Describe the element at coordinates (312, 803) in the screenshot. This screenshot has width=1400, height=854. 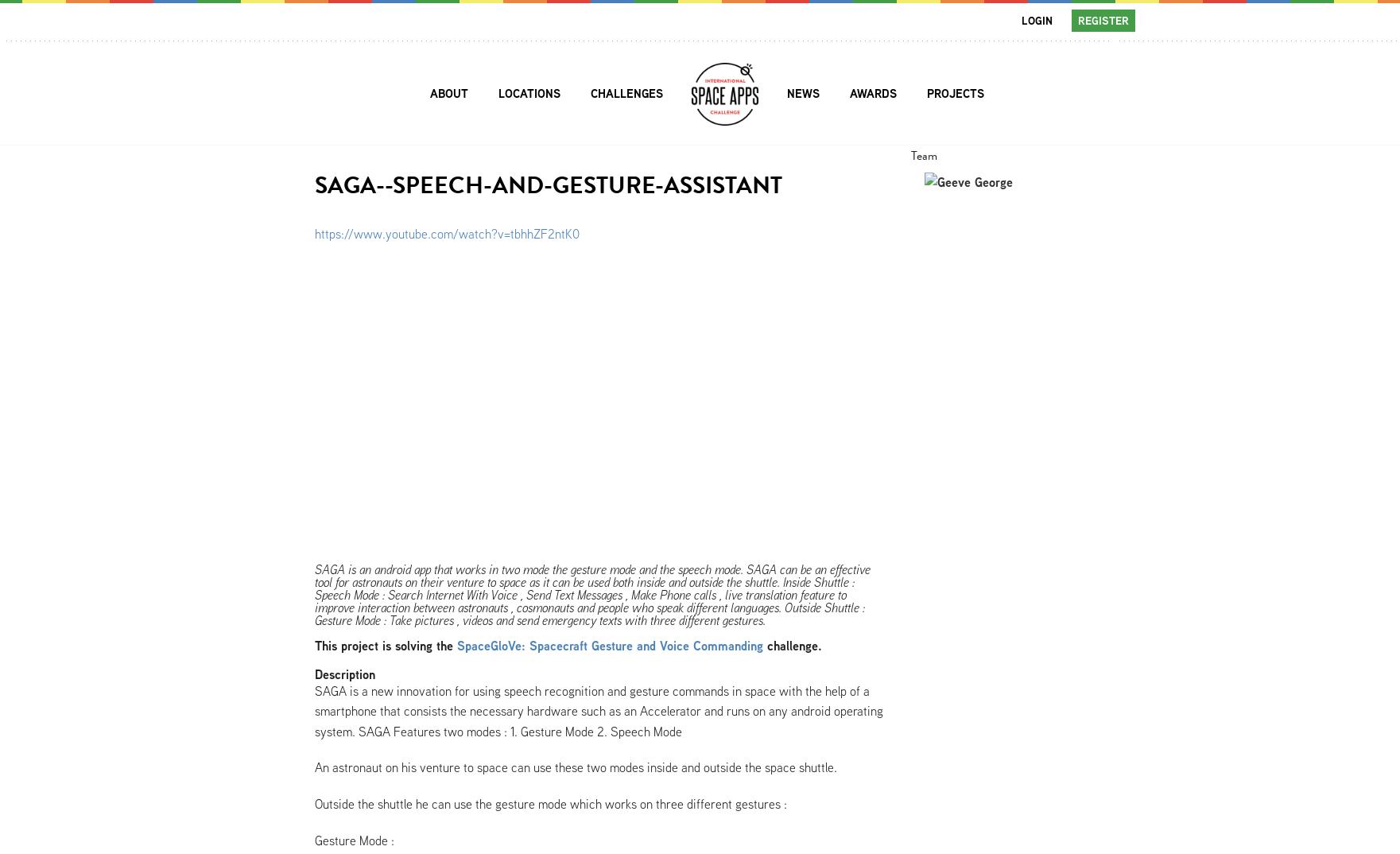
I see `'Outside the shuttle he can use the gesture mode which works on three different gestures :'` at that location.